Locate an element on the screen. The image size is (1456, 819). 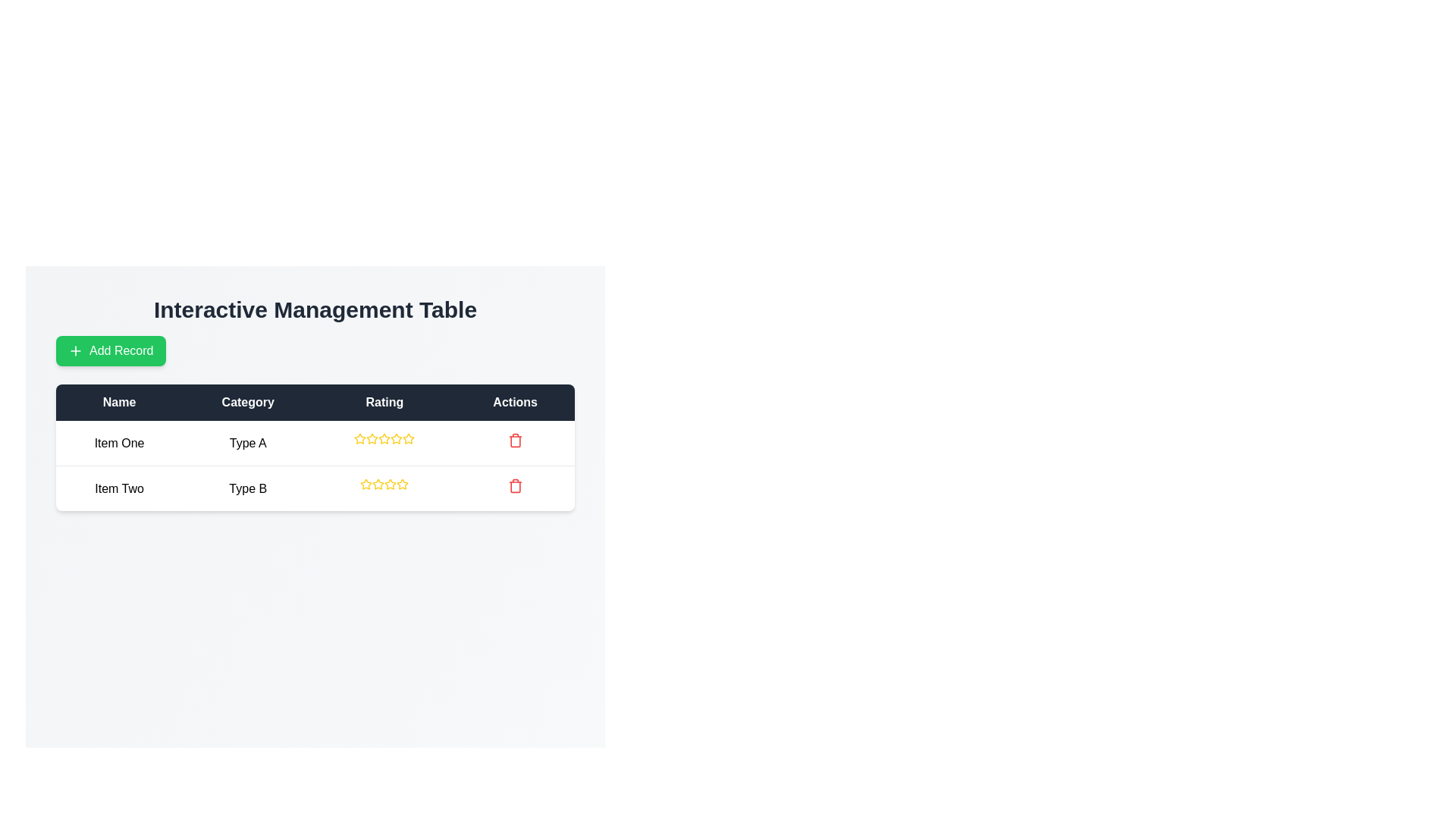
the table header cell labeled 'Category' to sort the table by category is located at coordinates (247, 402).